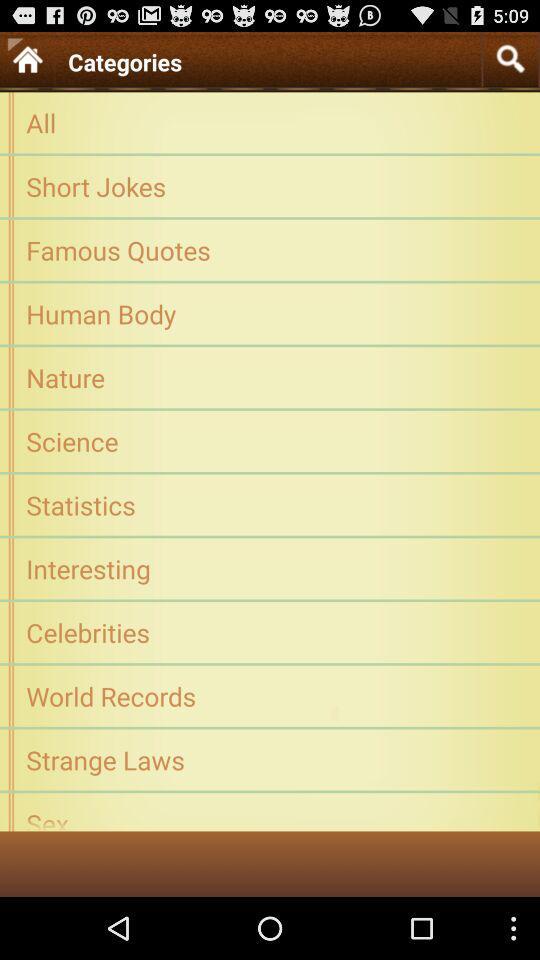 This screenshot has width=540, height=960. Describe the element at coordinates (270, 186) in the screenshot. I see `the icon below the all item` at that location.